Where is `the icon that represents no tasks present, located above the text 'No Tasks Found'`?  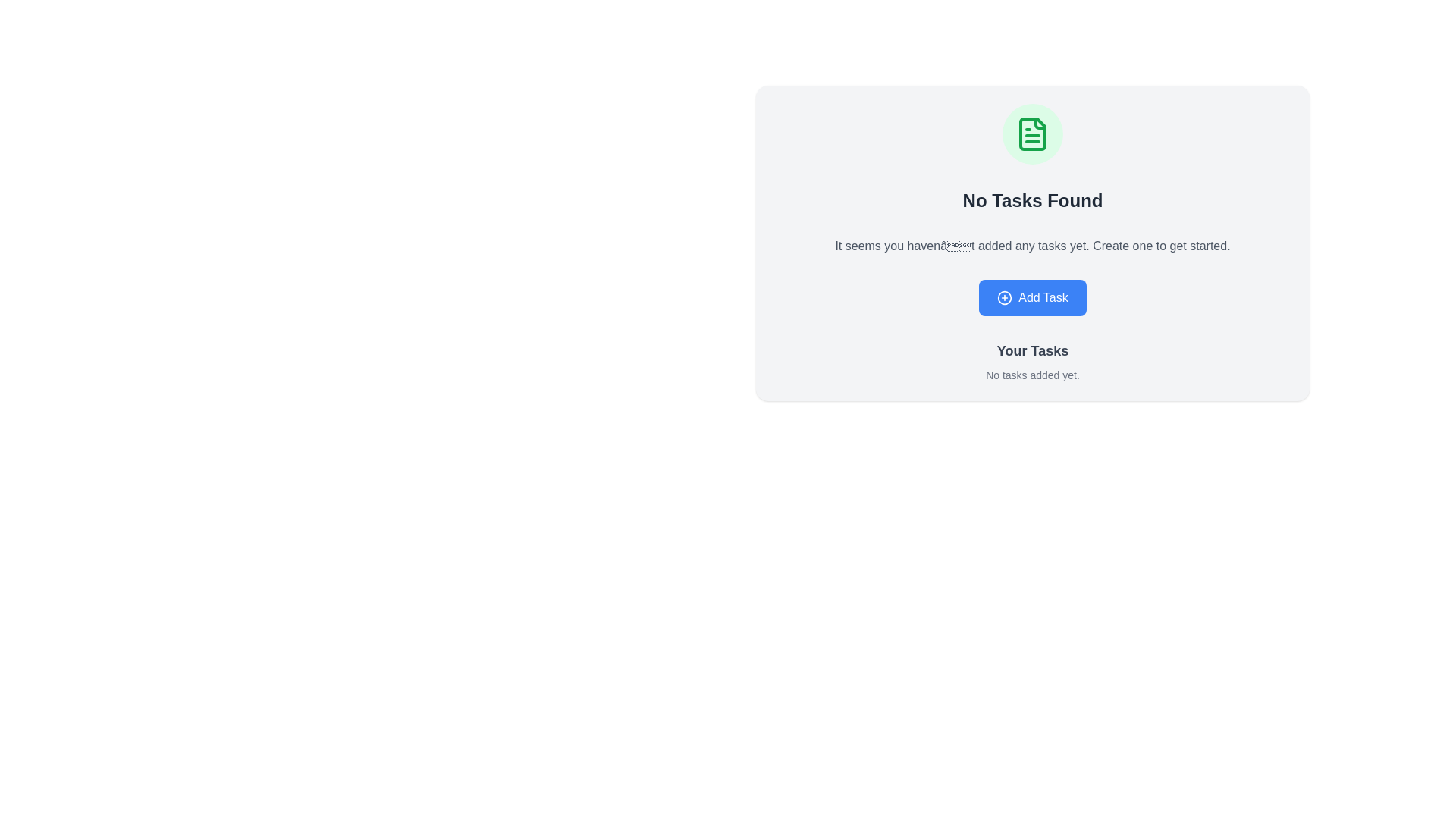
the icon that represents no tasks present, located above the text 'No Tasks Found' is located at coordinates (1032, 133).